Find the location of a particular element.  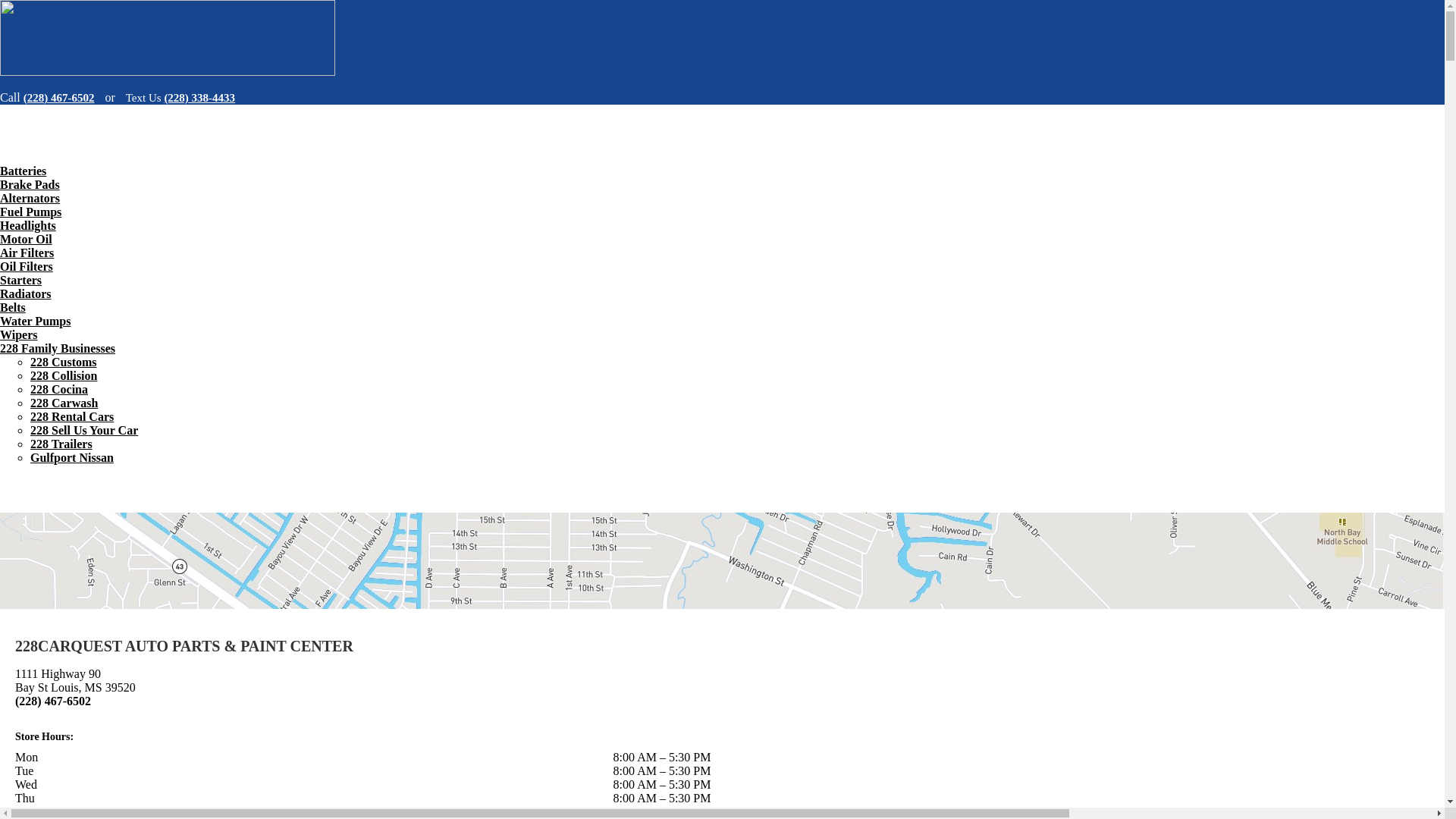

'Belts' is located at coordinates (13, 307).